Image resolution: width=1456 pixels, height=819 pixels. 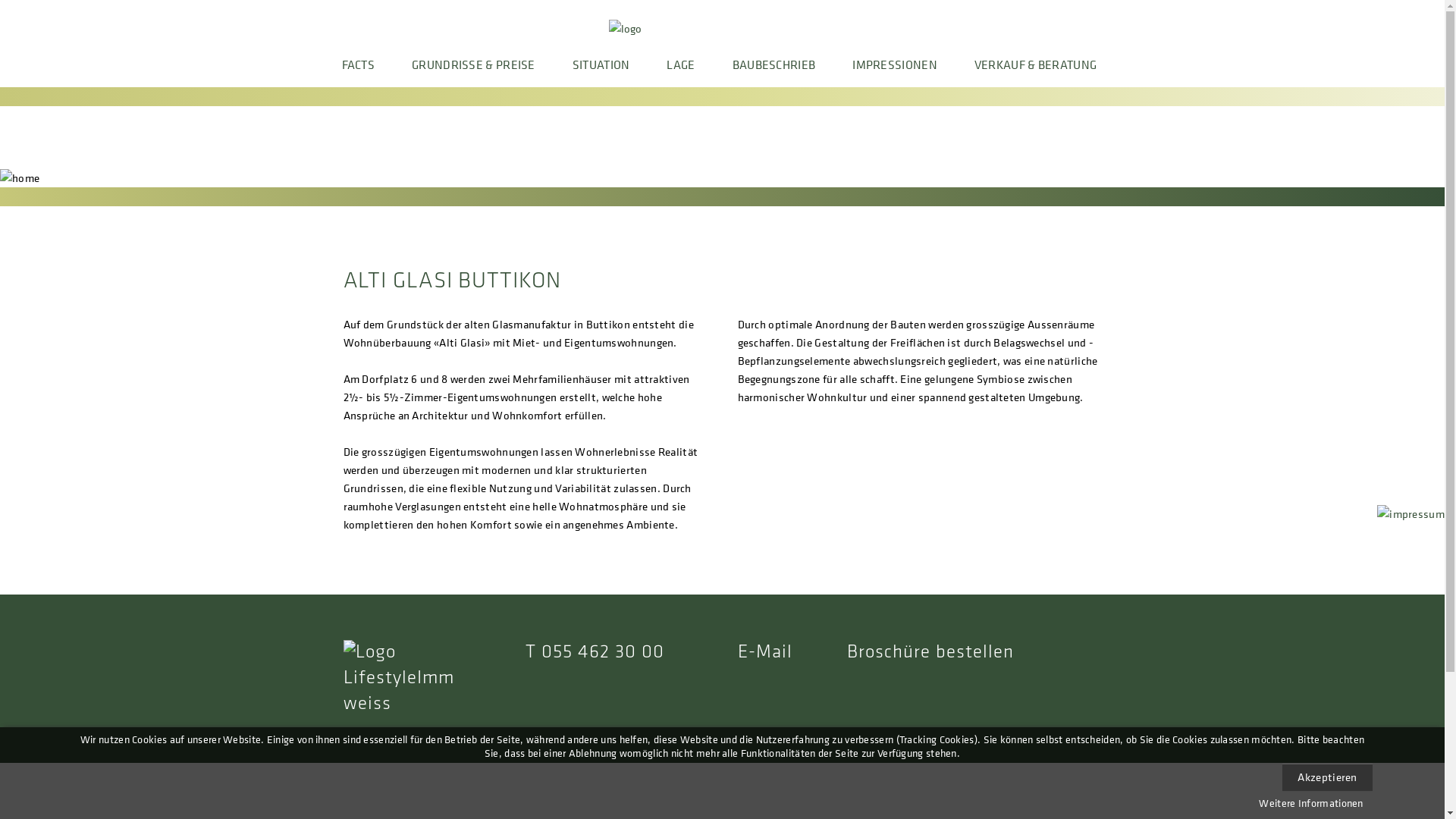 What do you see at coordinates (552, 72) in the screenshot?
I see `'SITUATION'` at bounding box center [552, 72].